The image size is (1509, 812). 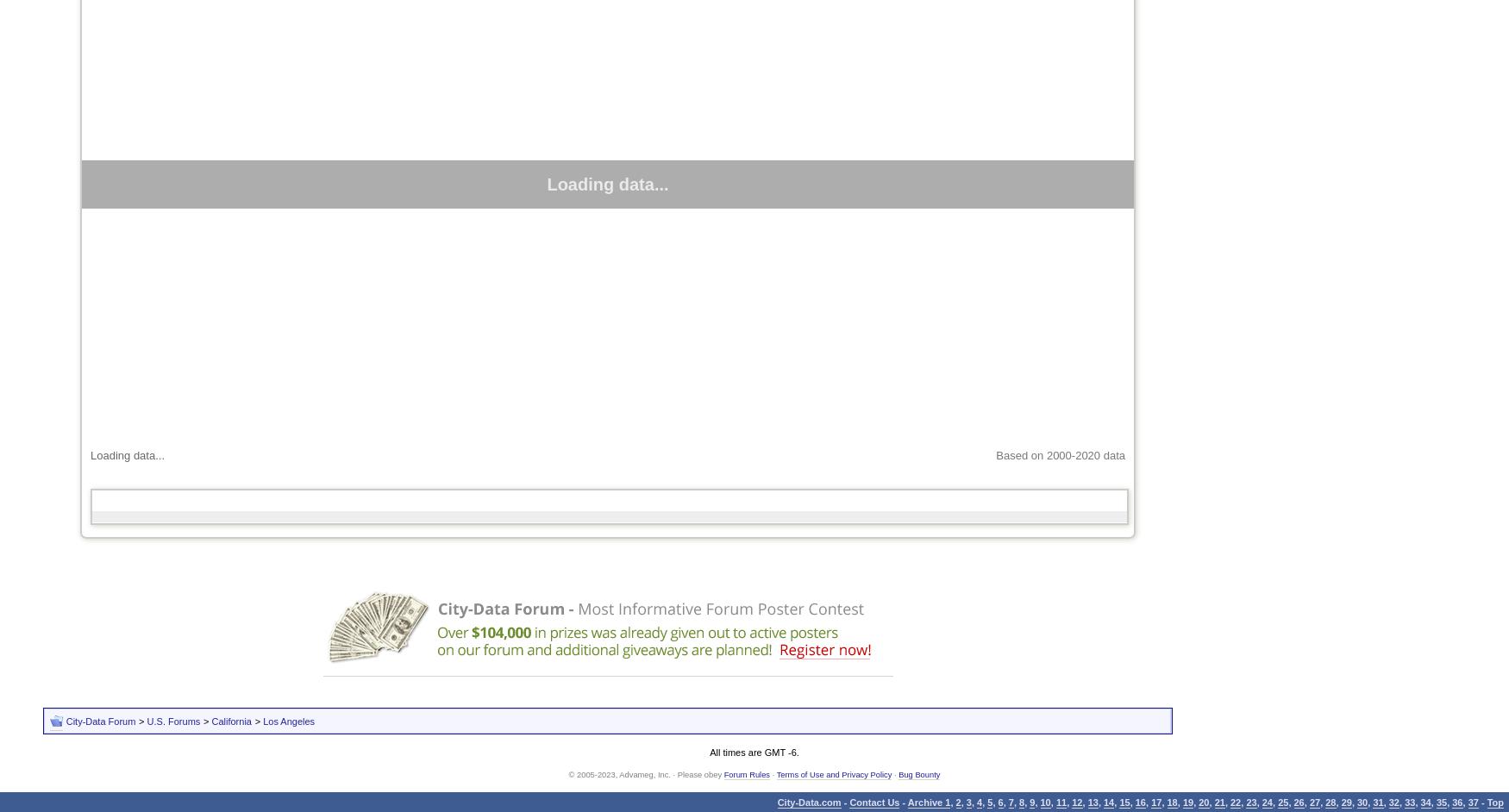 I want to click on '12', so click(x=1072, y=801).